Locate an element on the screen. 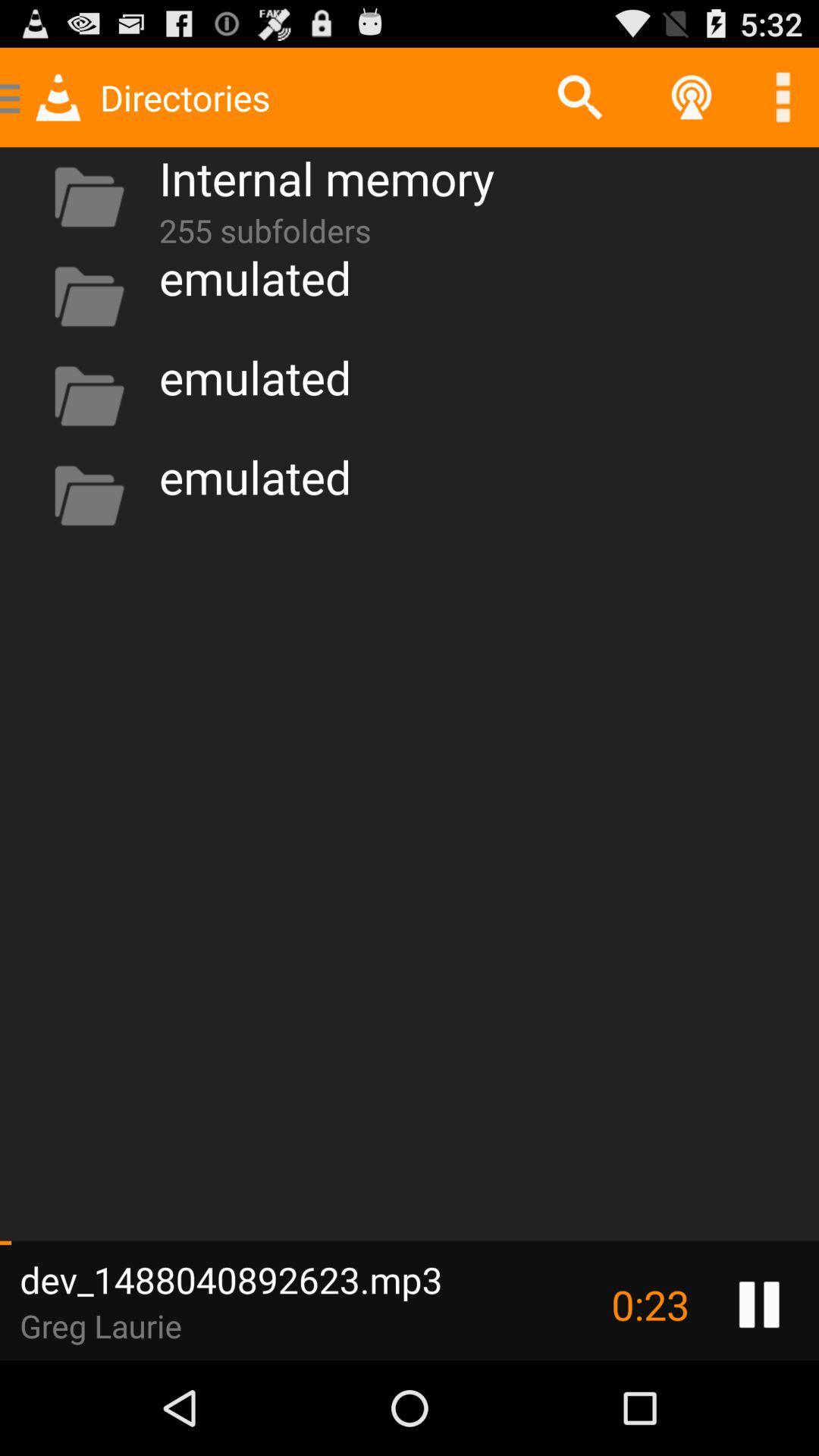  icon next to the 0:24 item is located at coordinates (759, 1304).